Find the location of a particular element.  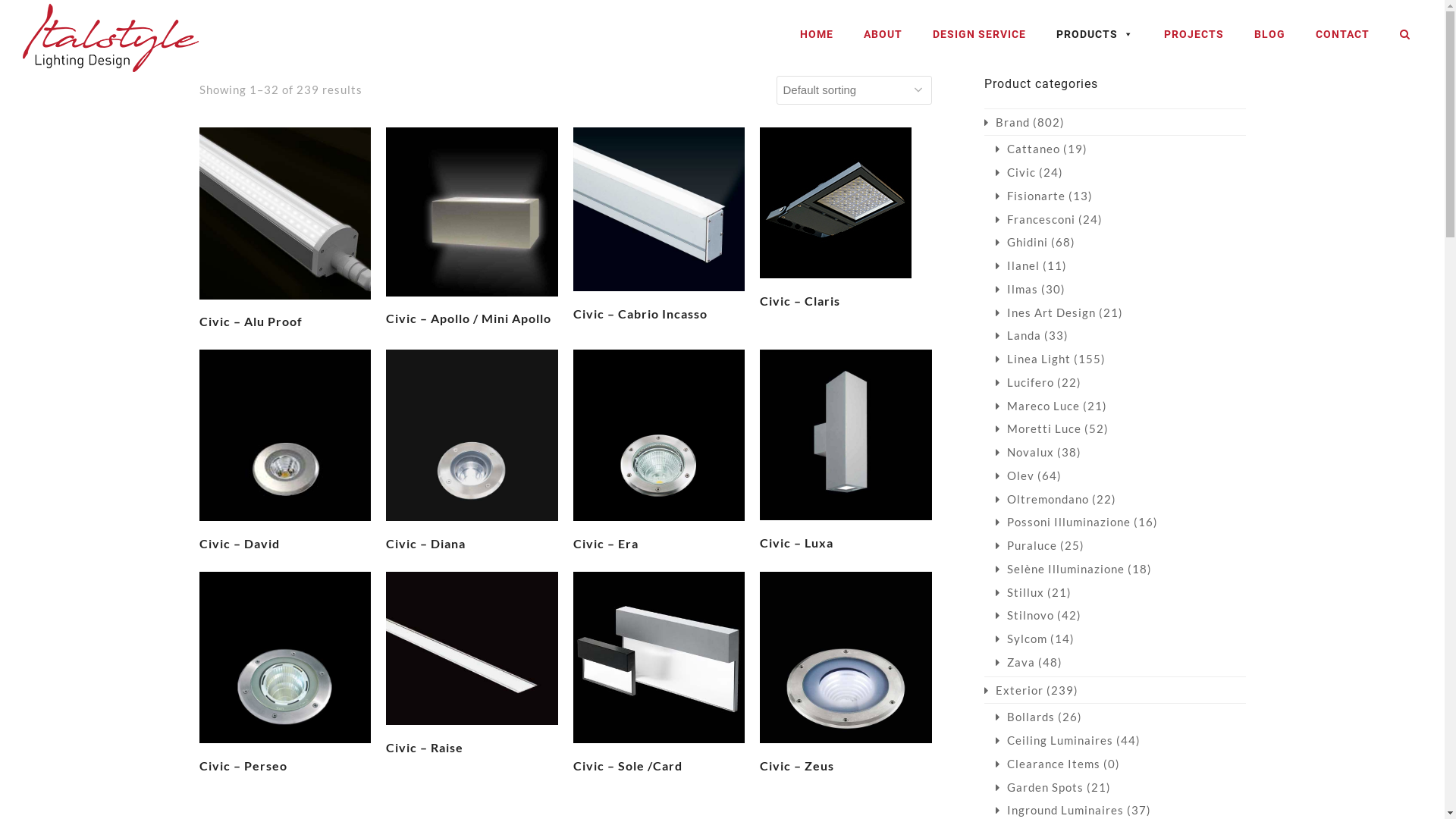

'Stilnovo' is located at coordinates (994, 614).